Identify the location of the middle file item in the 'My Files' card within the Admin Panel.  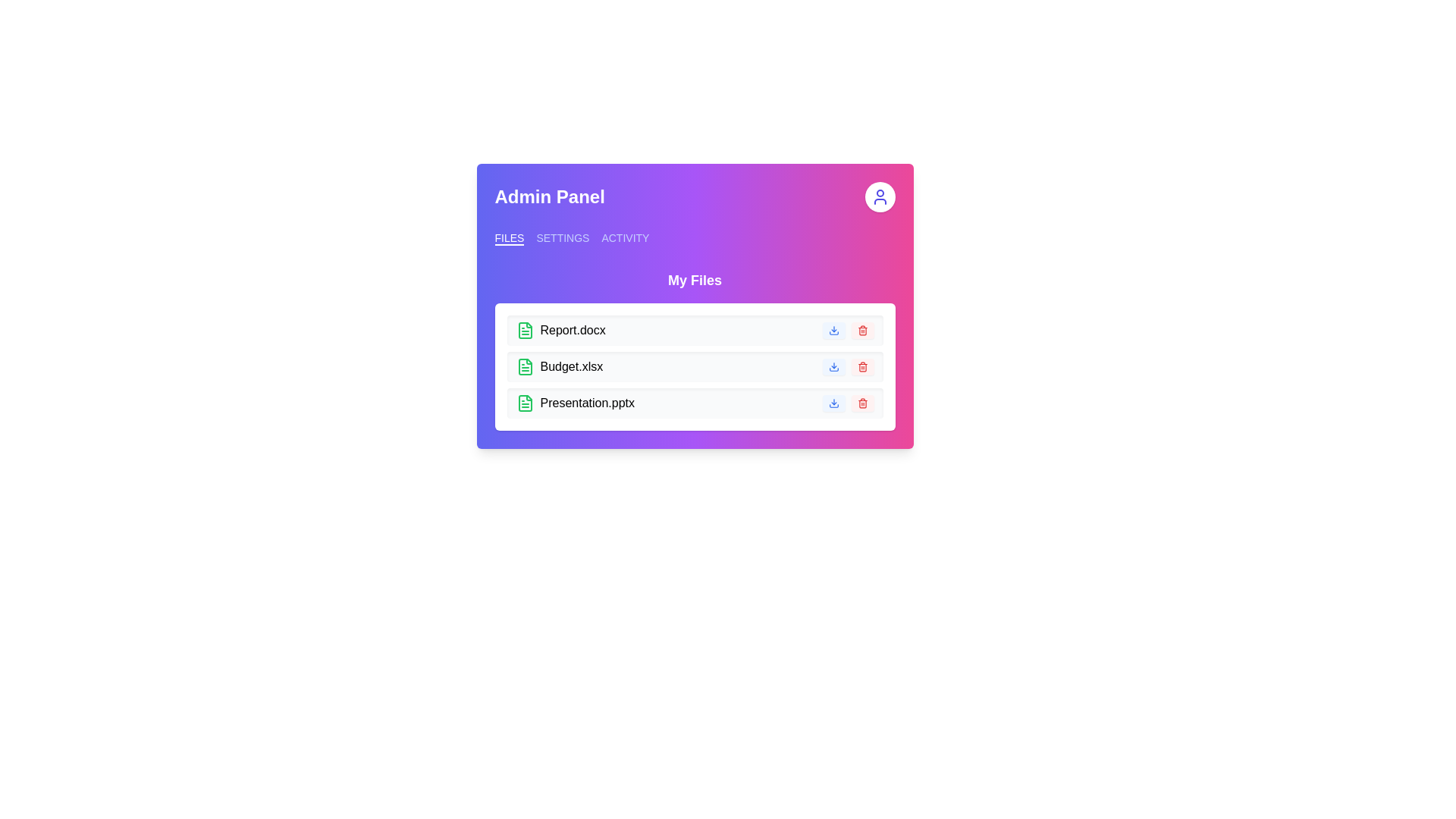
(694, 366).